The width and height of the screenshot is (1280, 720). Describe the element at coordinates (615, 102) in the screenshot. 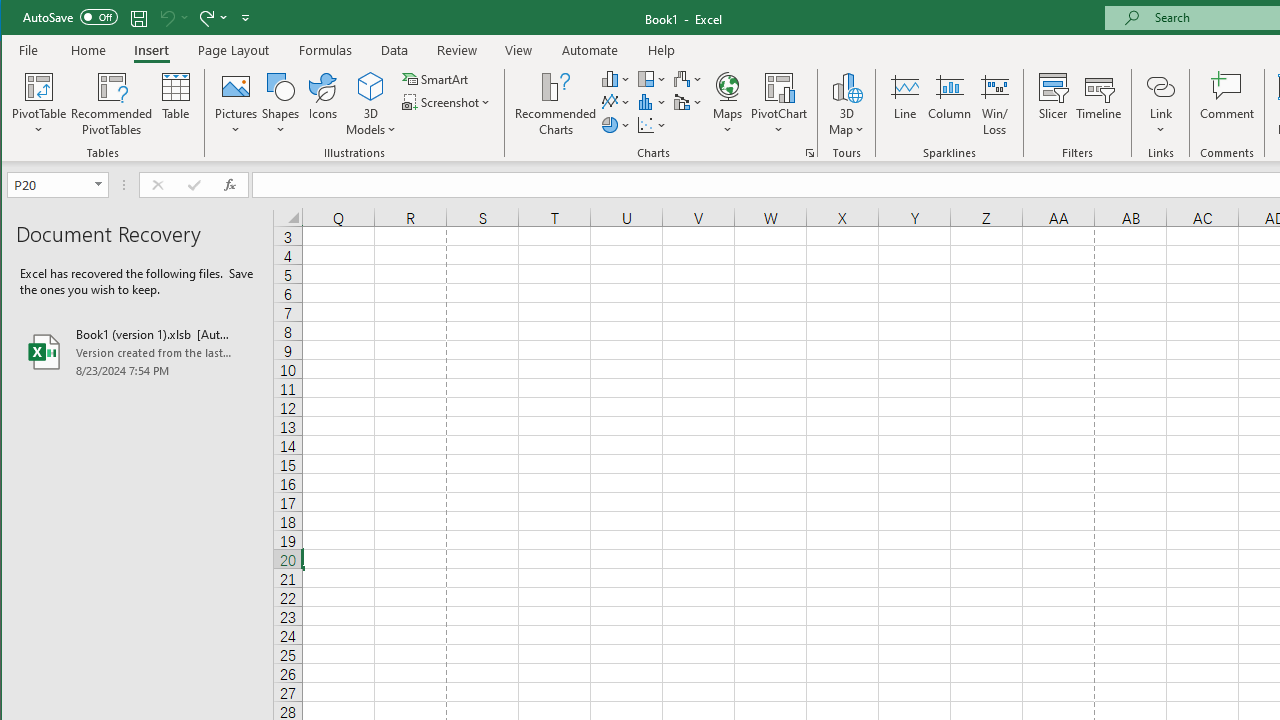

I see `'Insert Line or Area Chart'` at that location.